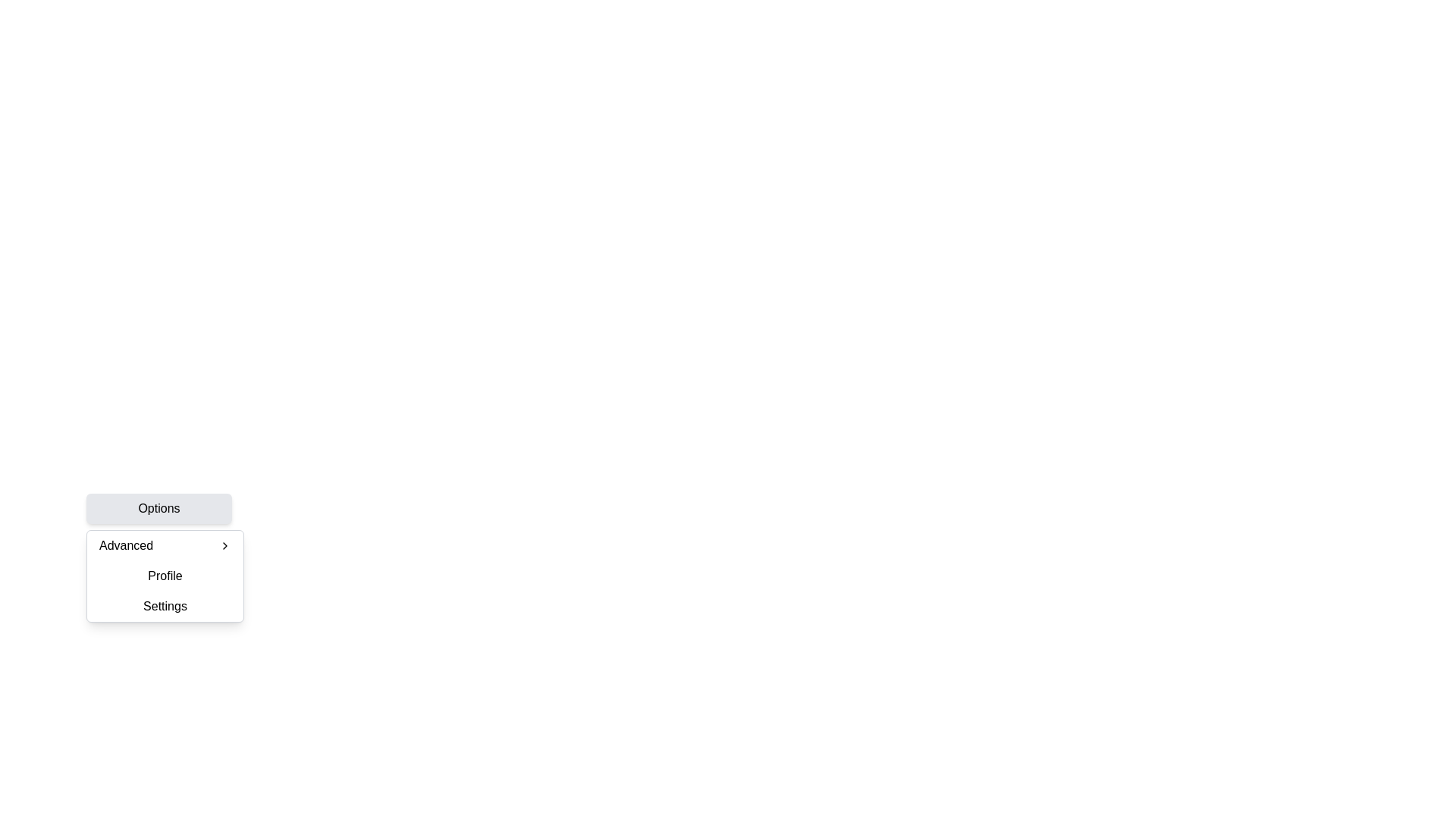 The width and height of the screenshot is (1456, 819). Describe the element at coordinates (224, 546) in the screenshot. I see `the submenu indicator icon located at the far right of the 'Advanced' row in the dropdown menu` at that location.